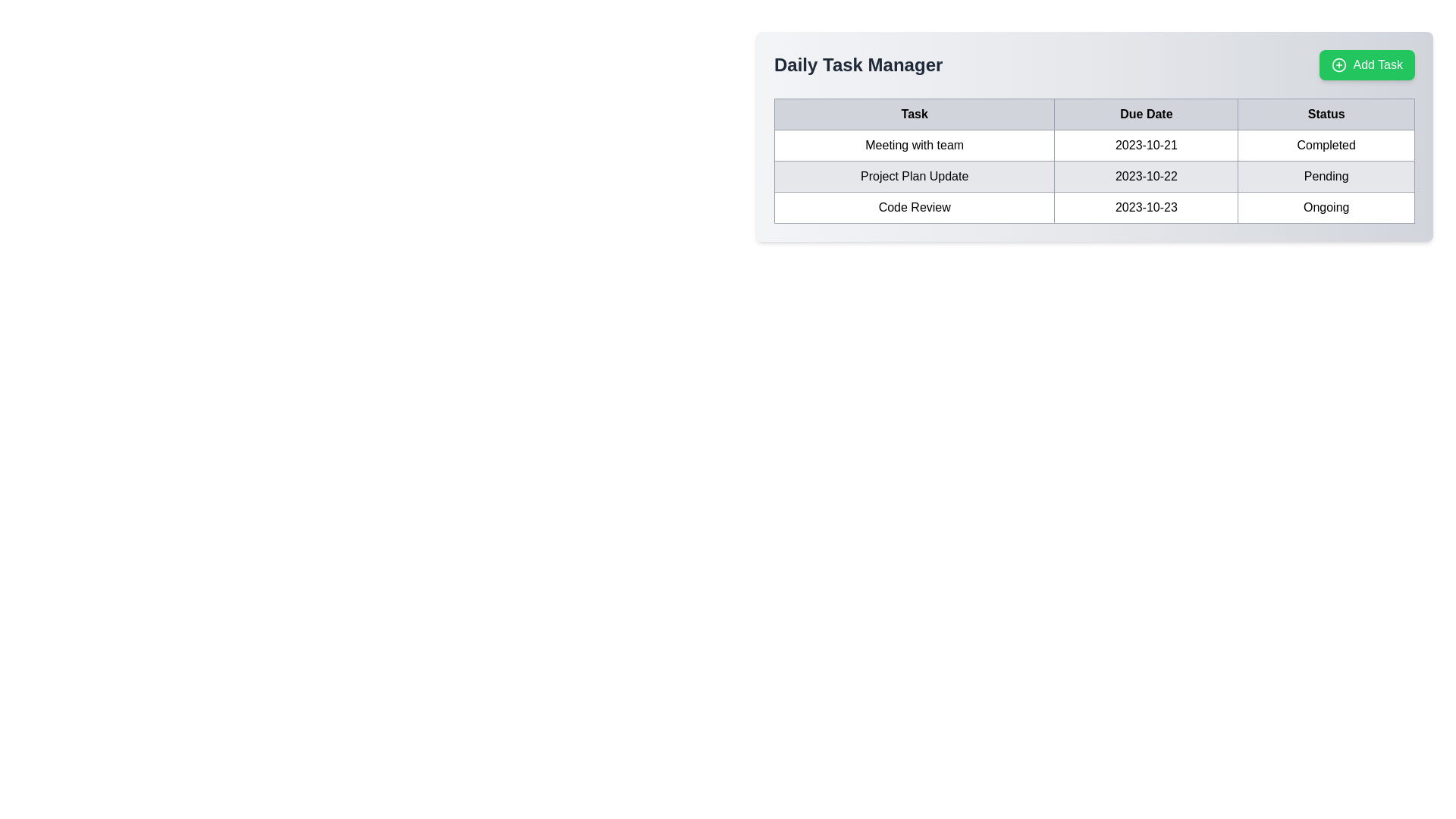 Image resolution: width=1456 pixels, height=819 pixels. What do you see at coordinates (1339, 64) in the screenshot?
I see `the icon representing the addition or creation action located to the left of the 'Add Task' button, which is part of the green button in the top right corner of the interface` at bounding box center [1339, 64].